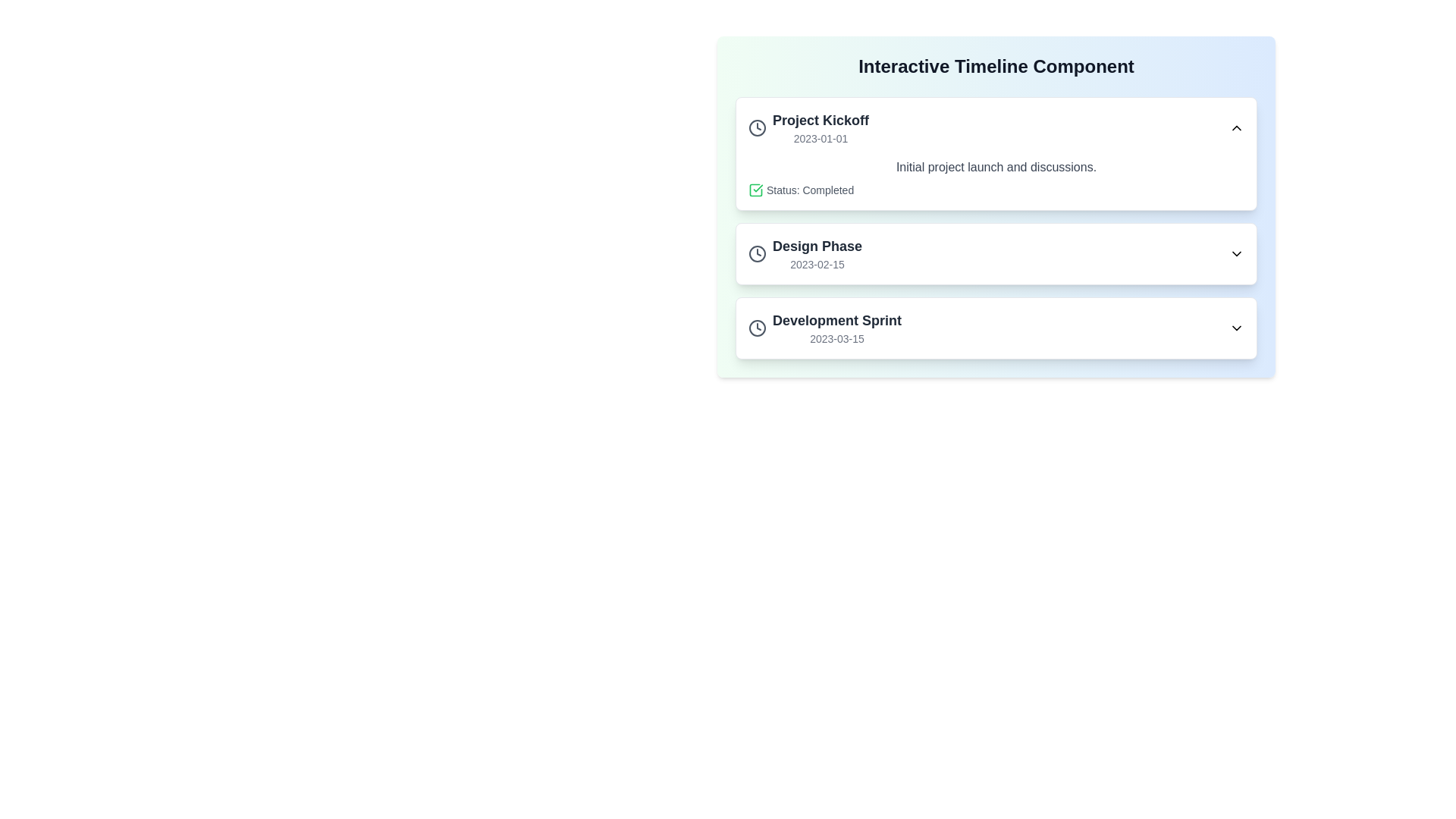 This screenshot has height=819, width=1456. Describe the element at coordinates (996, 154) in the screenshot. I see `the 'Project Kickoff' card which is the first item in the 'Interactive Timeline Component', displaying the title, date, description, and status` at that location.